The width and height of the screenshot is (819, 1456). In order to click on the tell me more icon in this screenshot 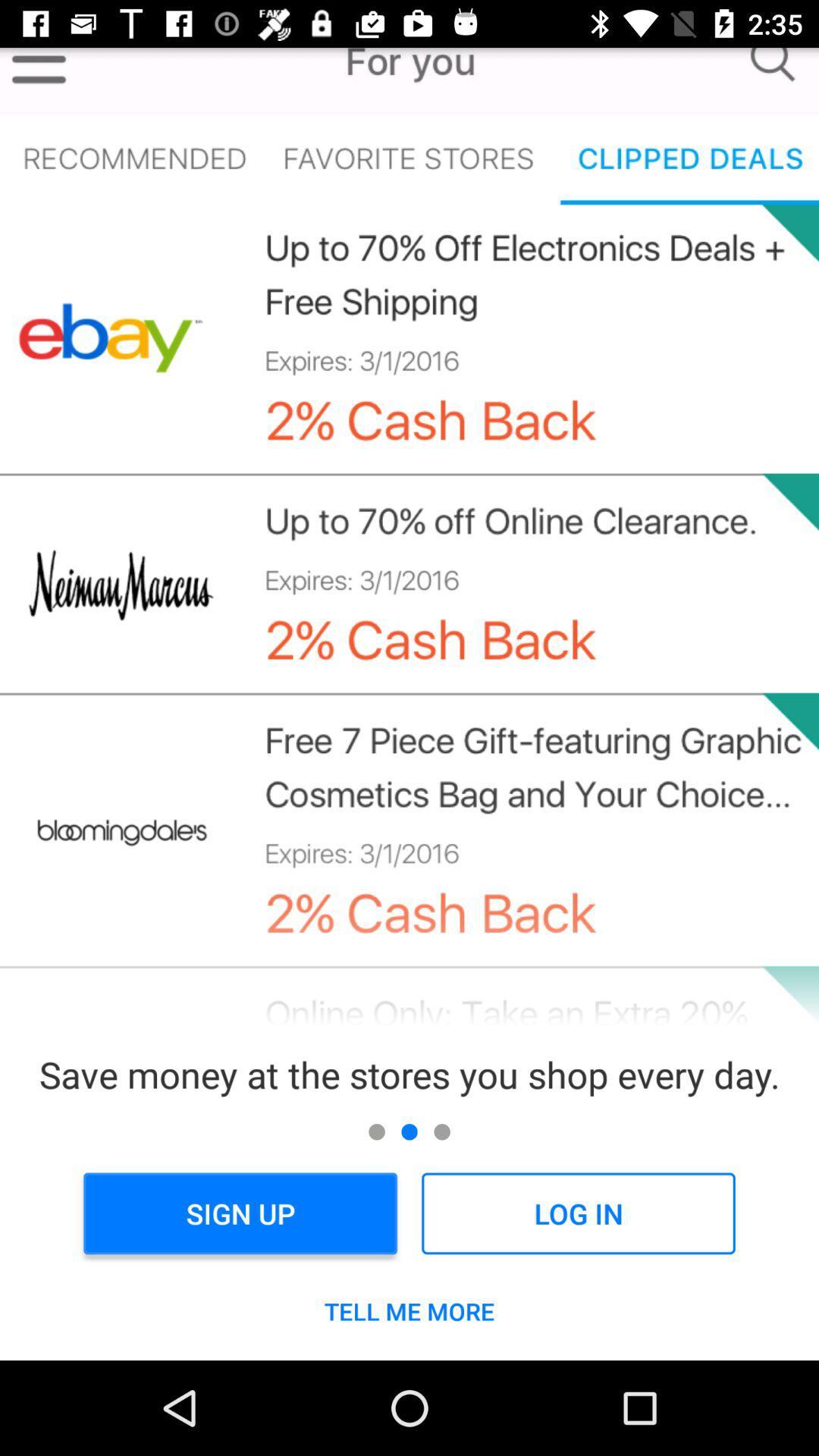, I will do `click(409, 1310)`.